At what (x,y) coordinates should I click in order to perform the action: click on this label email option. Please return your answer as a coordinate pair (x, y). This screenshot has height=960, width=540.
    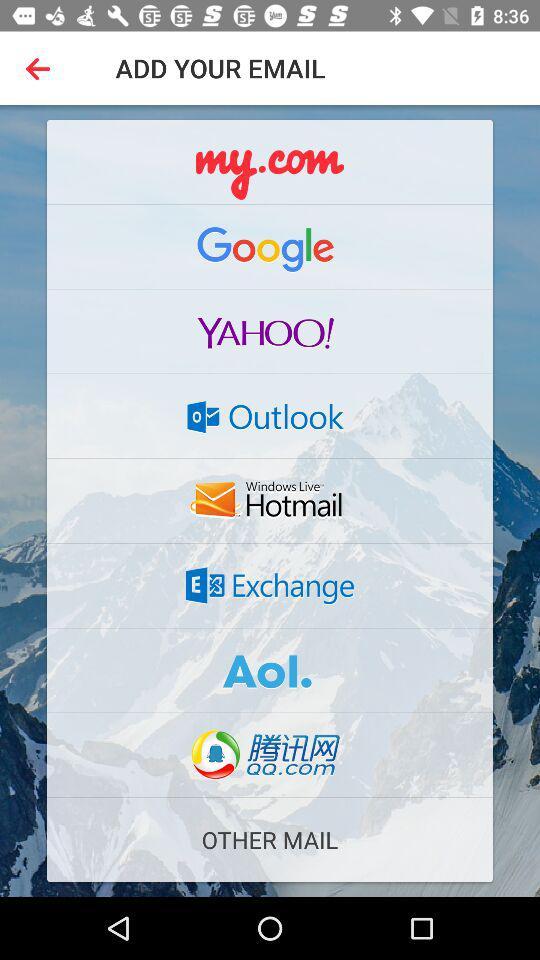
    Looking at the image, I should click on (270, 670).